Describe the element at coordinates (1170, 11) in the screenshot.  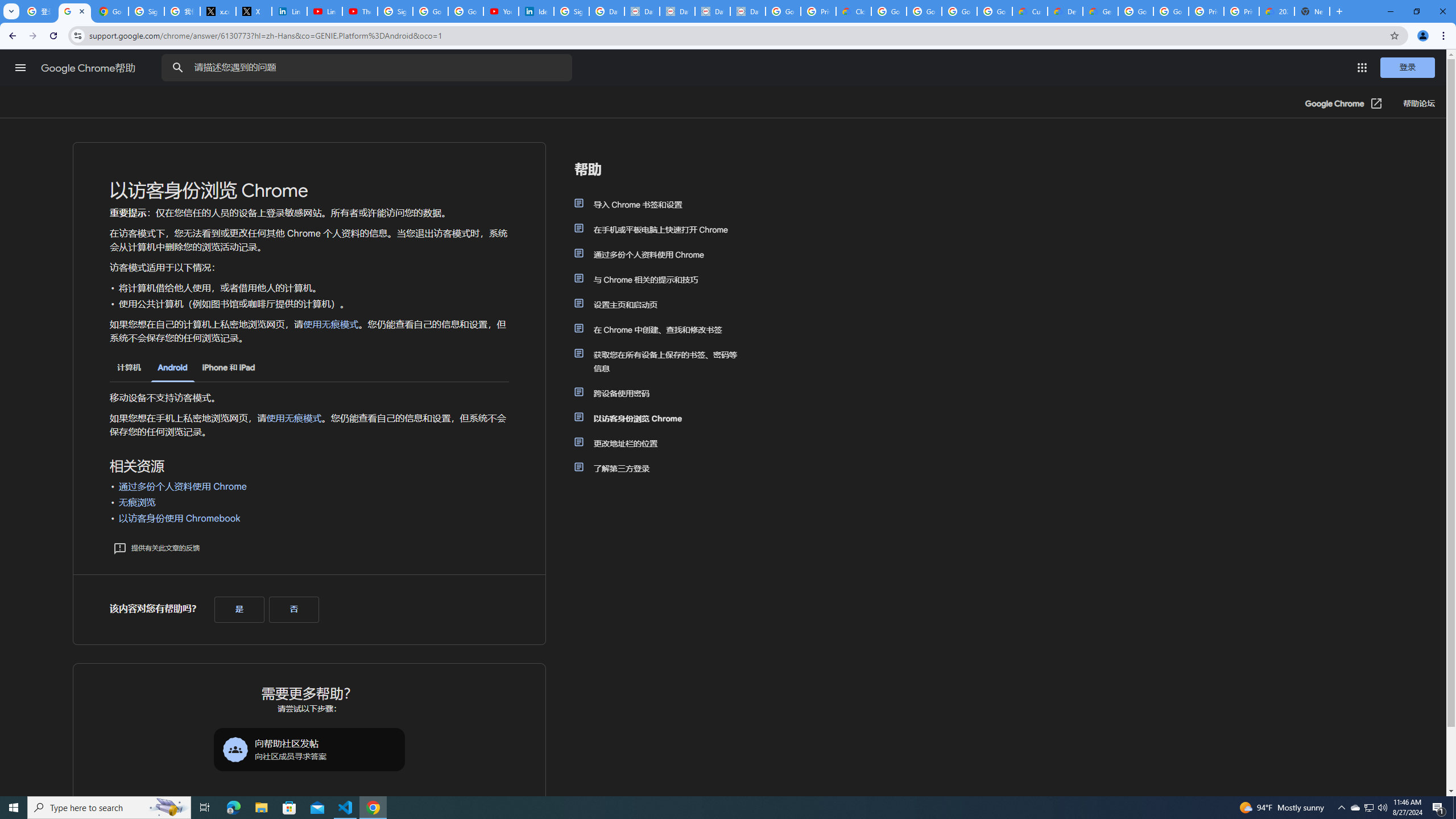
I see `'Google Cloud Platform'` at that location.